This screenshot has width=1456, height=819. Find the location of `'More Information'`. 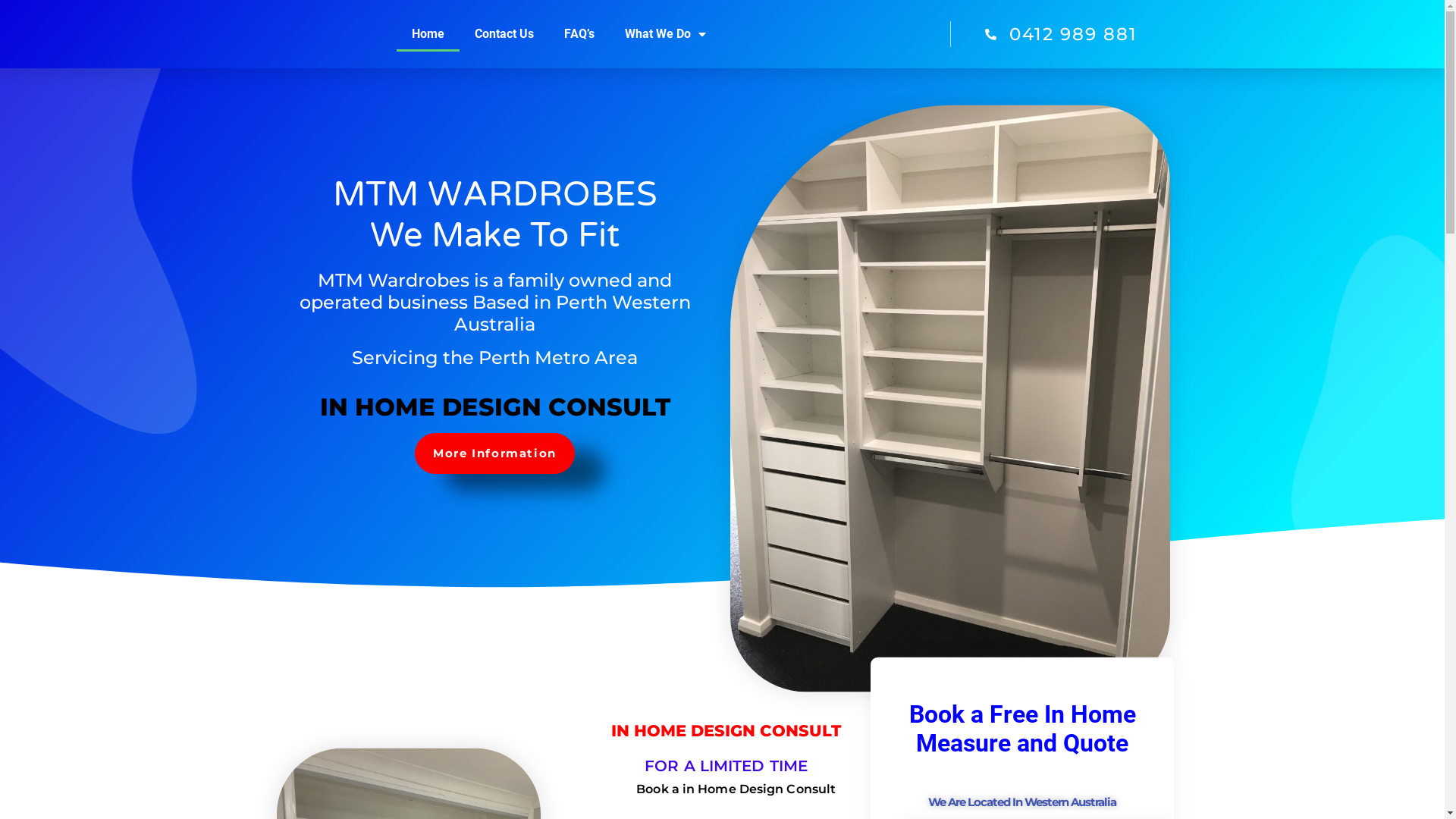

'More Information' is located at coordinates (494, 452).